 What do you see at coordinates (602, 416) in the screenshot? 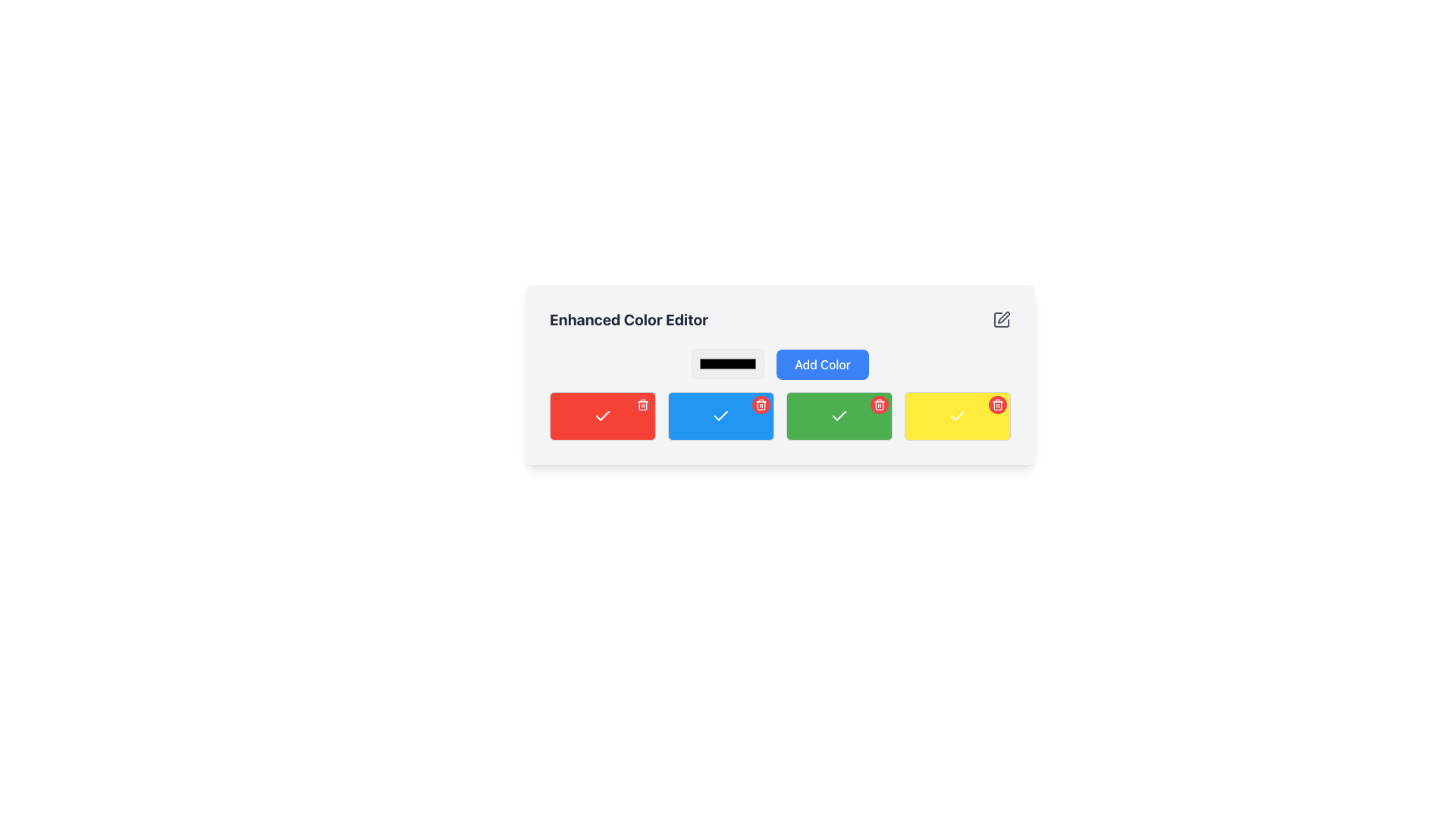
I see `the color block with action icons for the red option located just below the 'Enhanced Color Editor' title` at bounding box center [602, 416].